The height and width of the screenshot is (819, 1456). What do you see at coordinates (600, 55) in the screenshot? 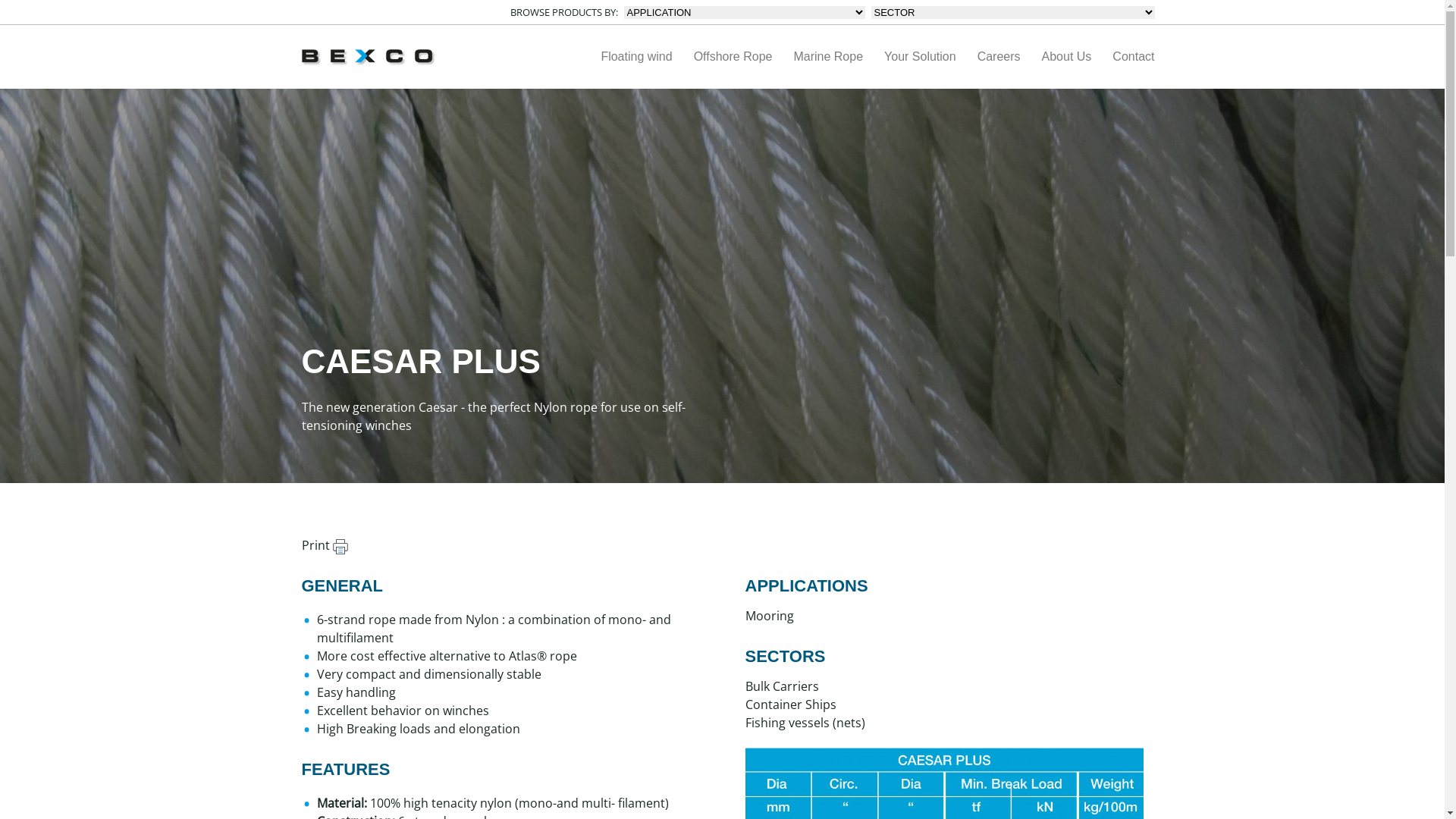
I see `'Floating wind'` at bounding box center [600, 55].